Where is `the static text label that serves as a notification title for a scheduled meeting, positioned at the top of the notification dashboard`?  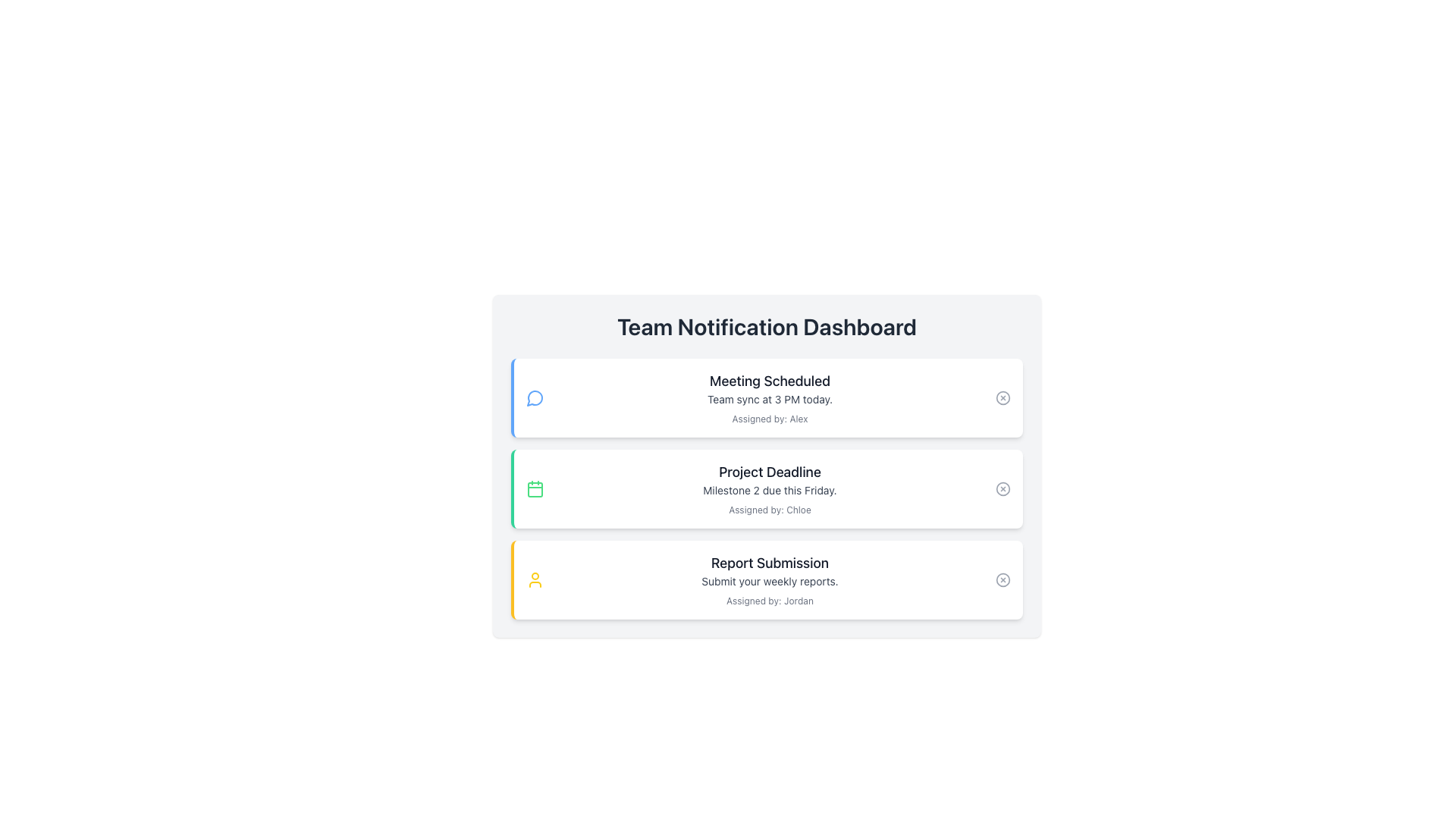 the static text label that serves as a notification title for a scheduled meeting, positioned at the top of the notification dashboard is located at coordinates (770, 380).